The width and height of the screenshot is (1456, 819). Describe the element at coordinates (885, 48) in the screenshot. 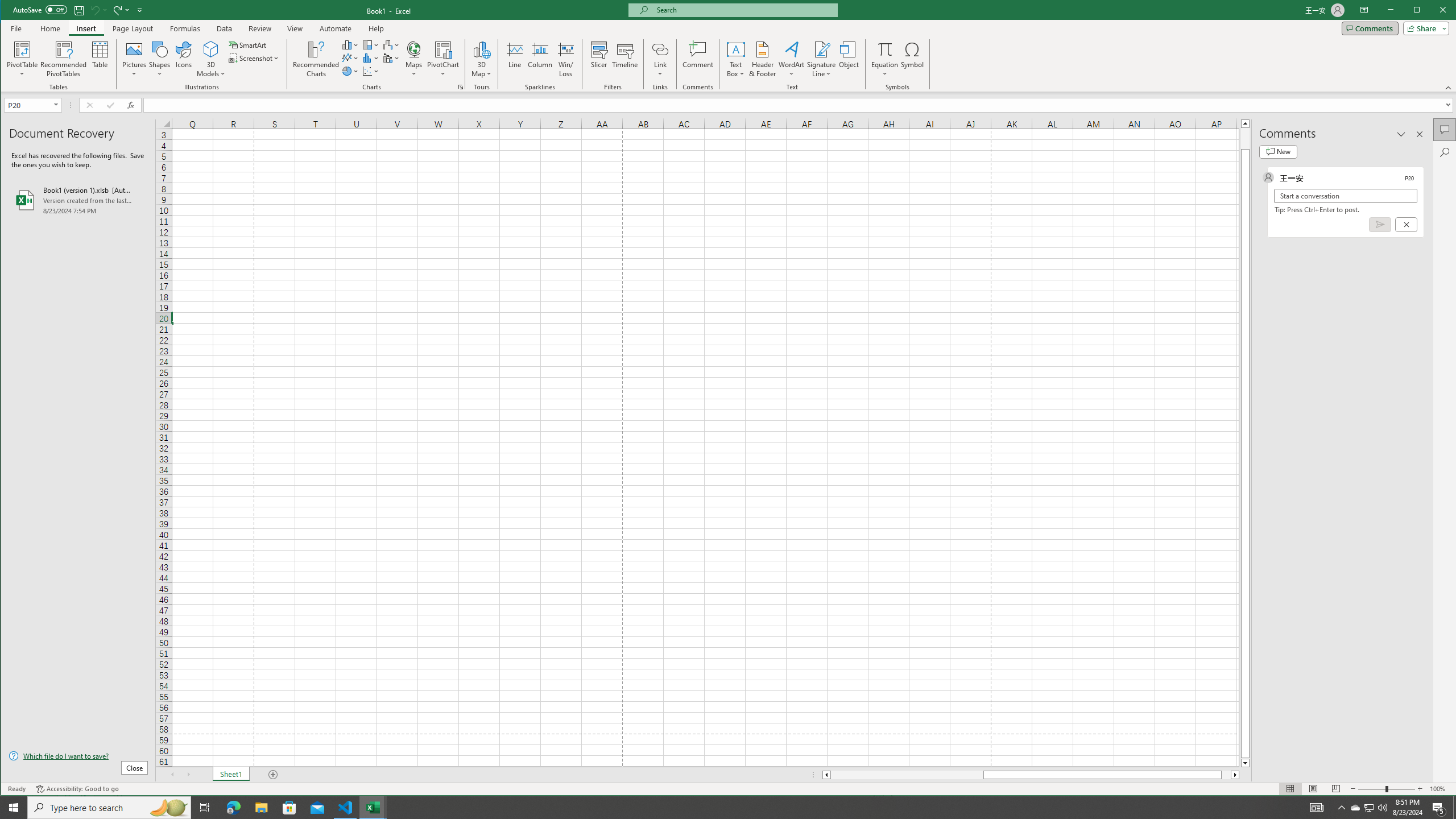

I see `'Equation'` at that location.